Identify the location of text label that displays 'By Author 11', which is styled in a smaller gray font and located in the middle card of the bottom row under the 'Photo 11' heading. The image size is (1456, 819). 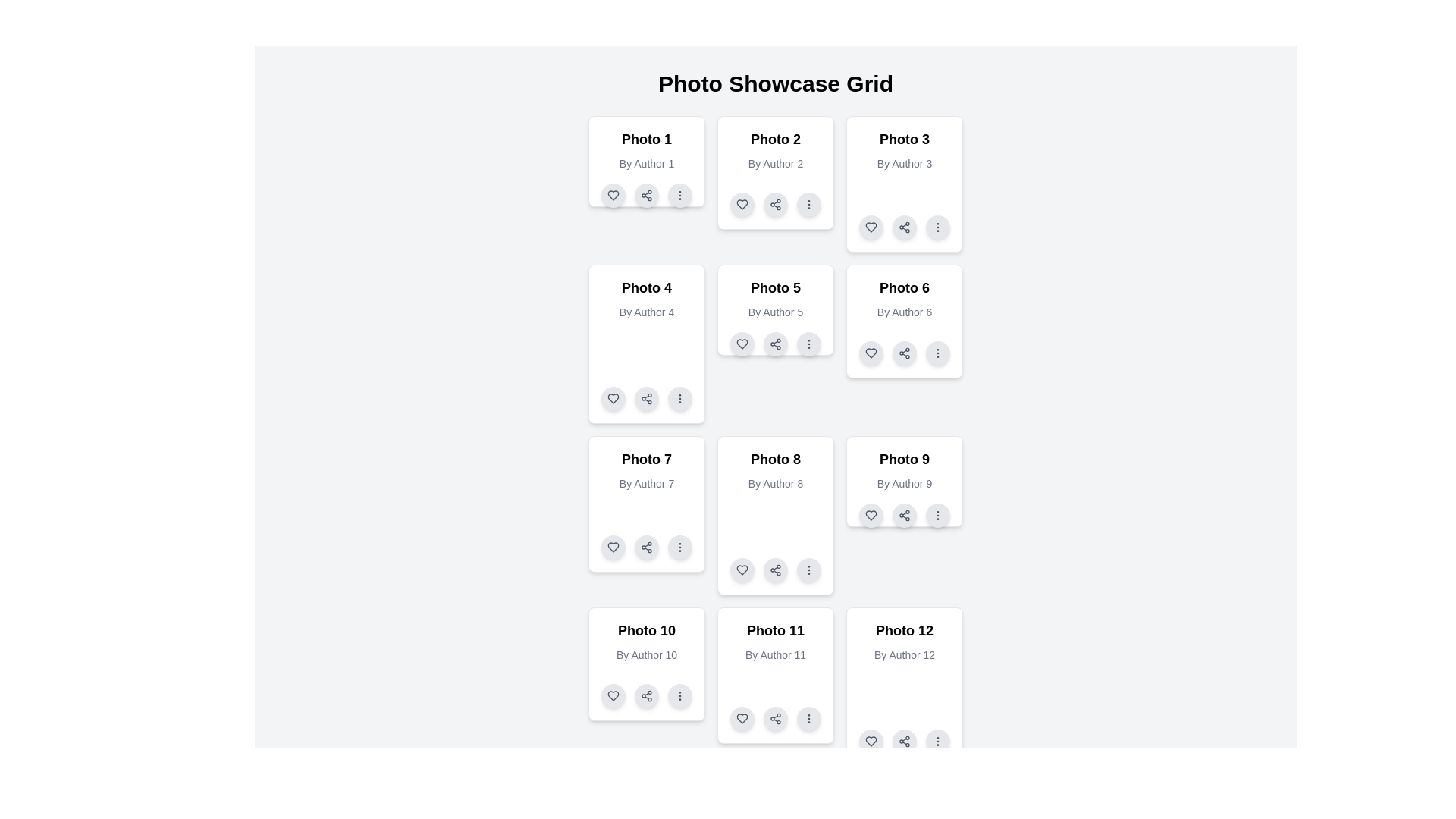
(775, 654).